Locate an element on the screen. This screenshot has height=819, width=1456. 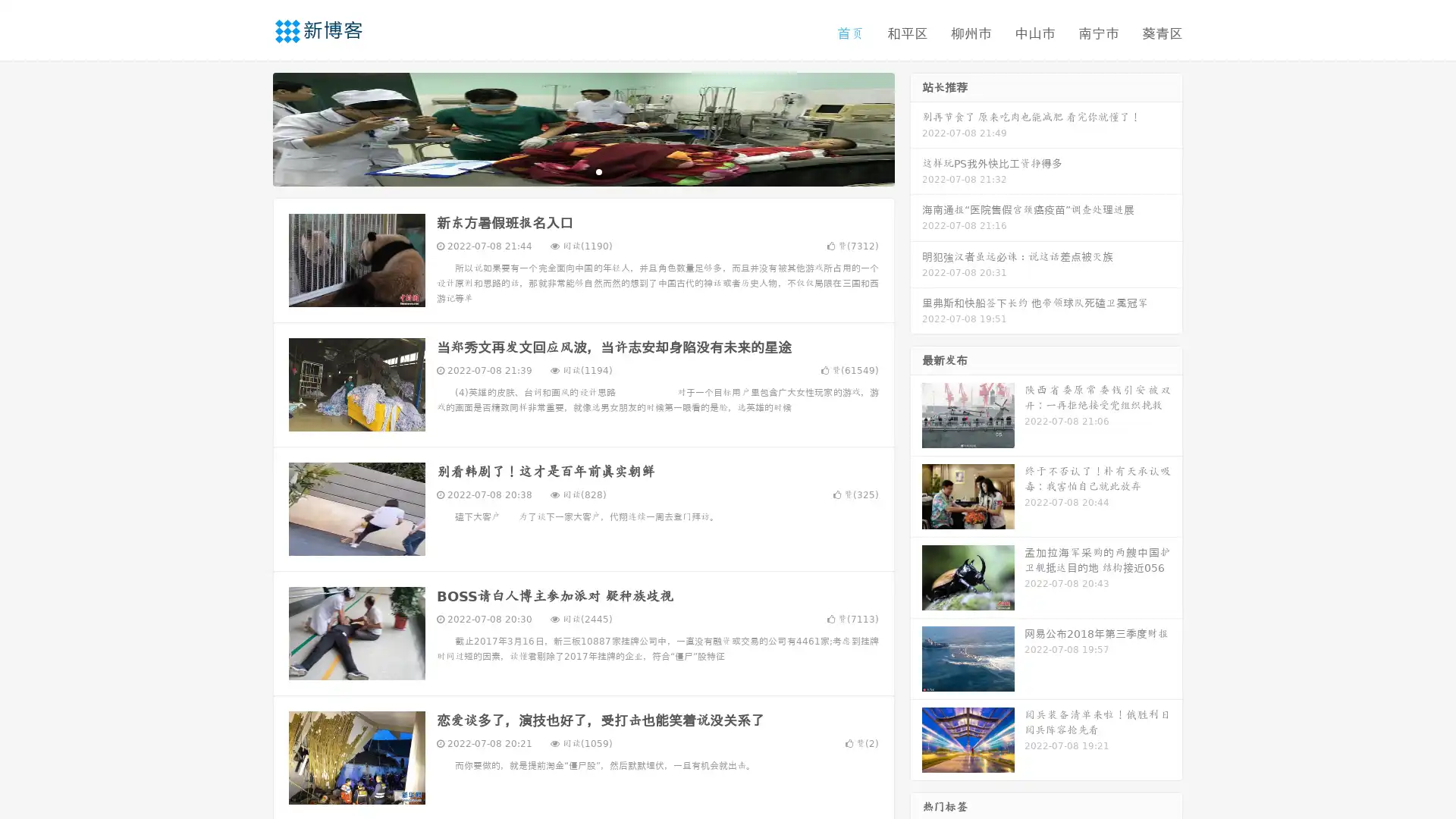
Go to slide 1 is located at coordinates (567, 171).